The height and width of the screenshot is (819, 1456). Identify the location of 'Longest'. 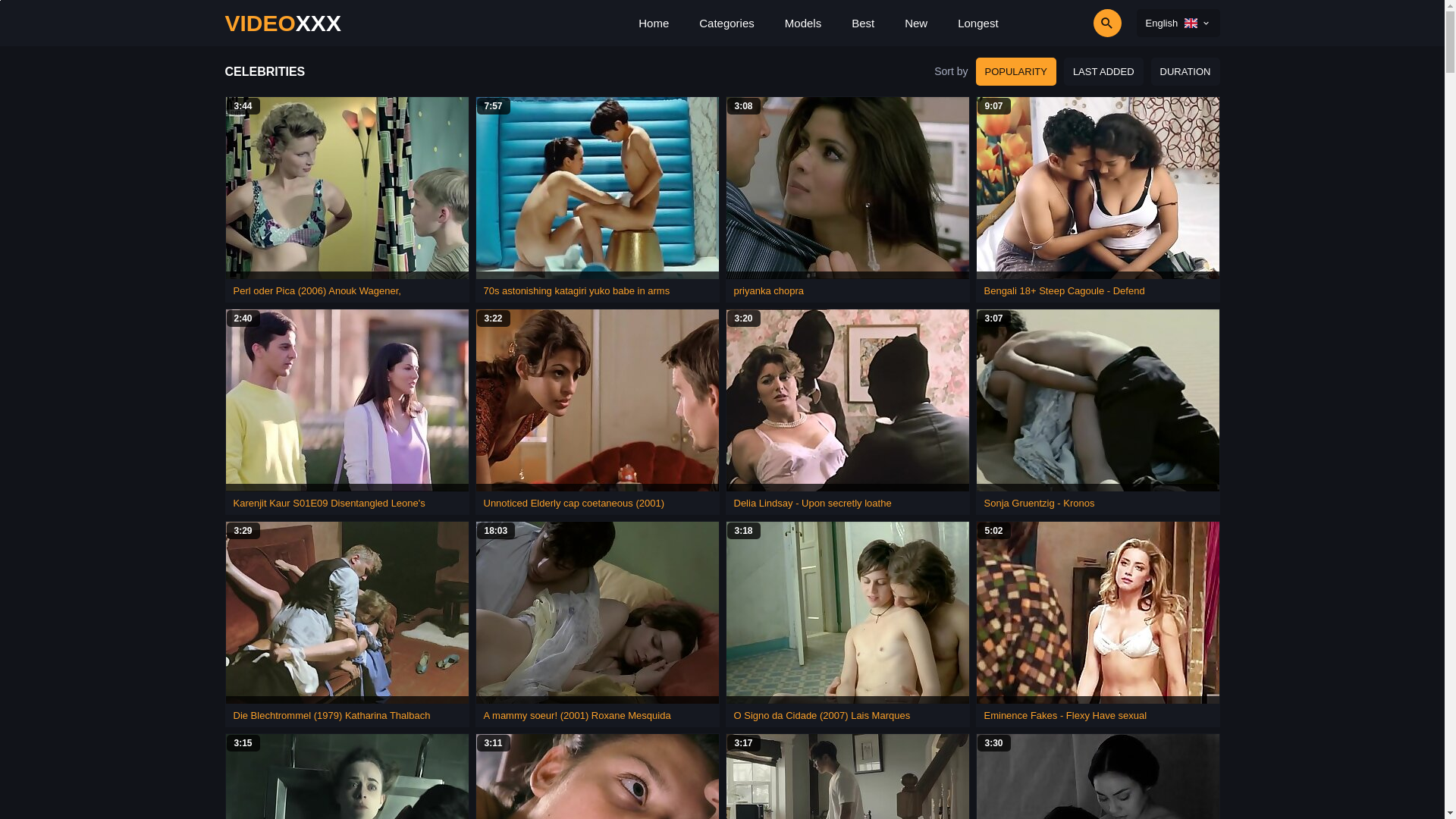
(977, 23).